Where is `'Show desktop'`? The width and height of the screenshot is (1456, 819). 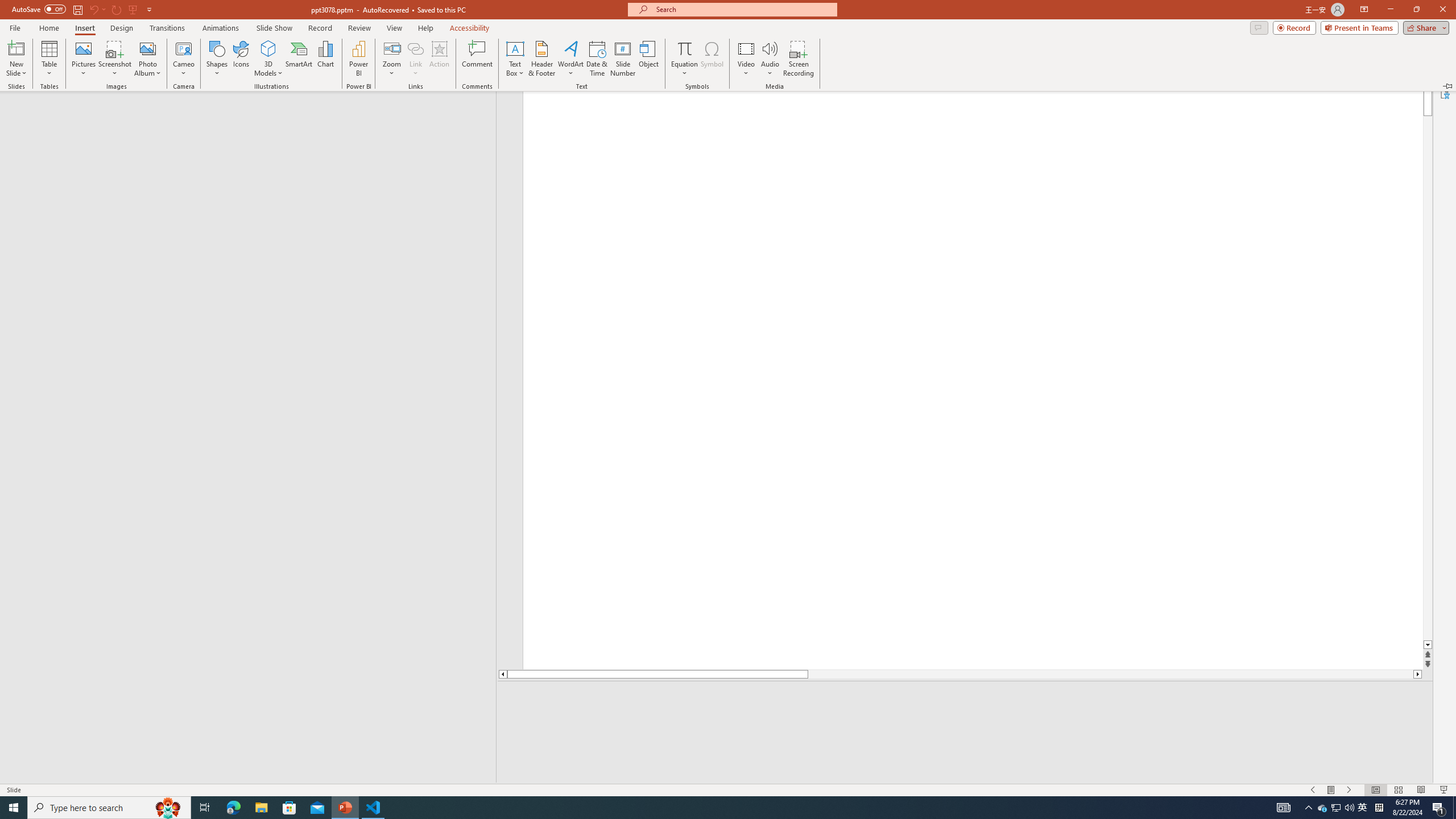
'Show desktop' is located at coordinates (1454, 806).